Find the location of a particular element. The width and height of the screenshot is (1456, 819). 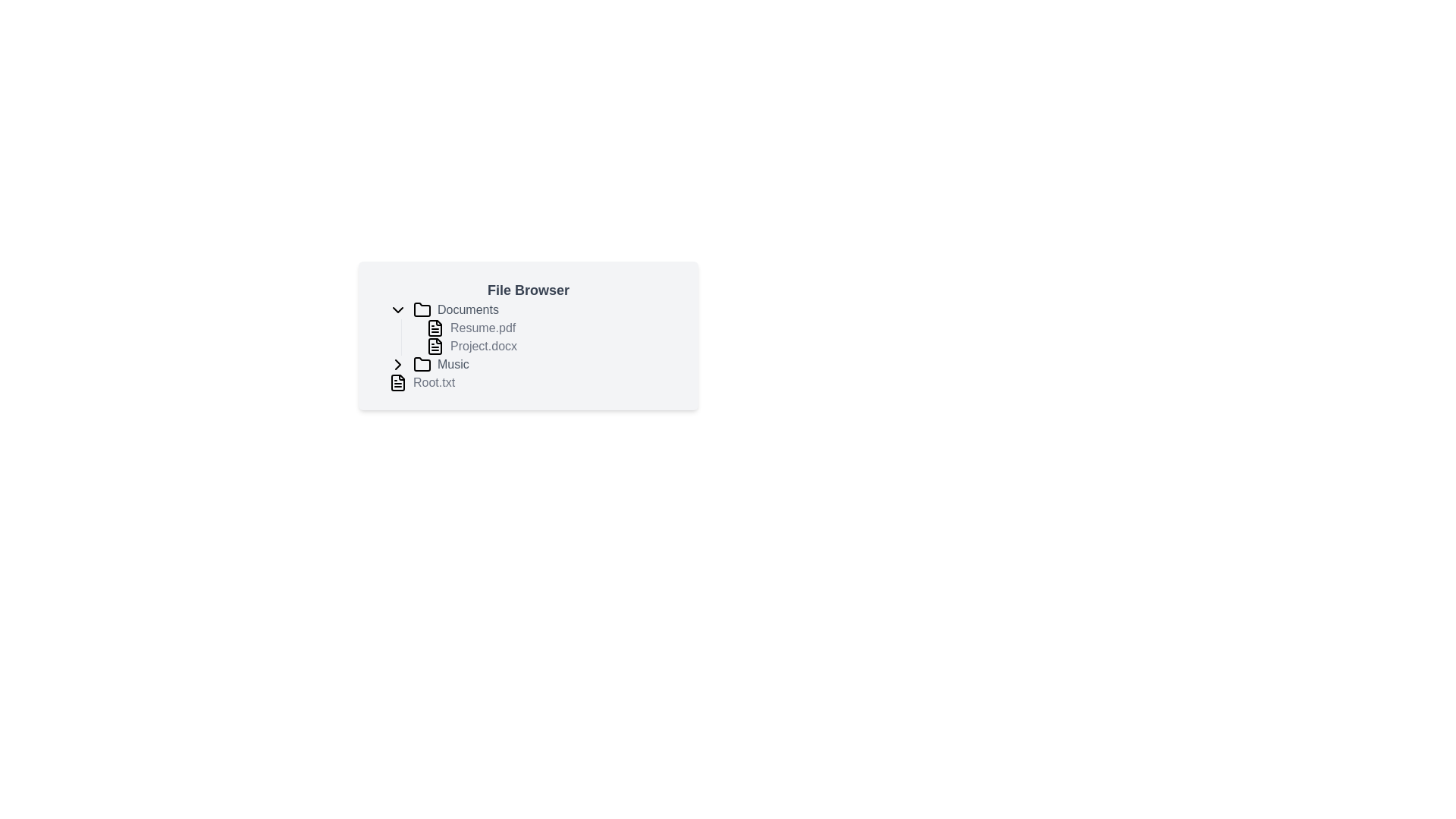

the file icon representing 'Project.docx' in the file browser to identify the document type is located at coordinates (435, 346).